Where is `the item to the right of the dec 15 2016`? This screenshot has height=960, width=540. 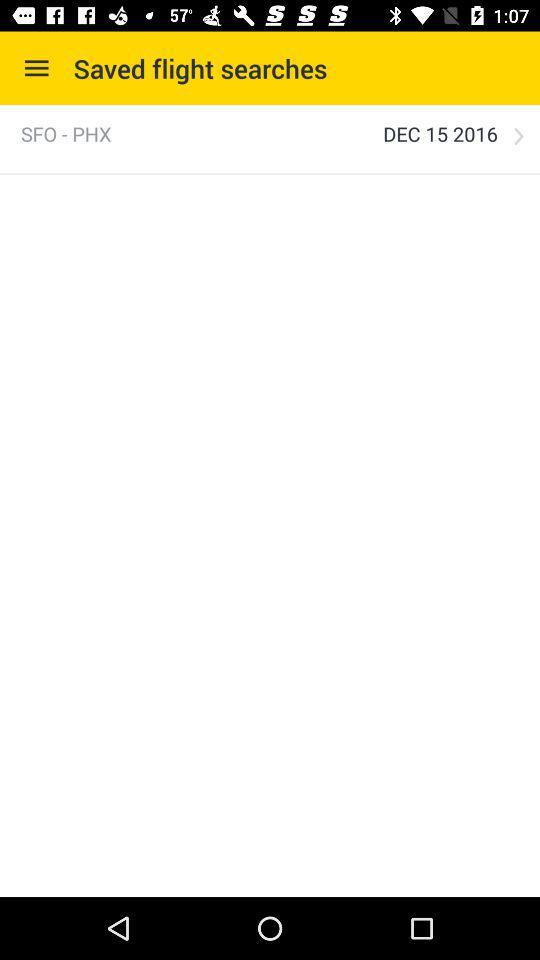 the item to the right of the dec 15 2016 is located at coordinates (518, 135).